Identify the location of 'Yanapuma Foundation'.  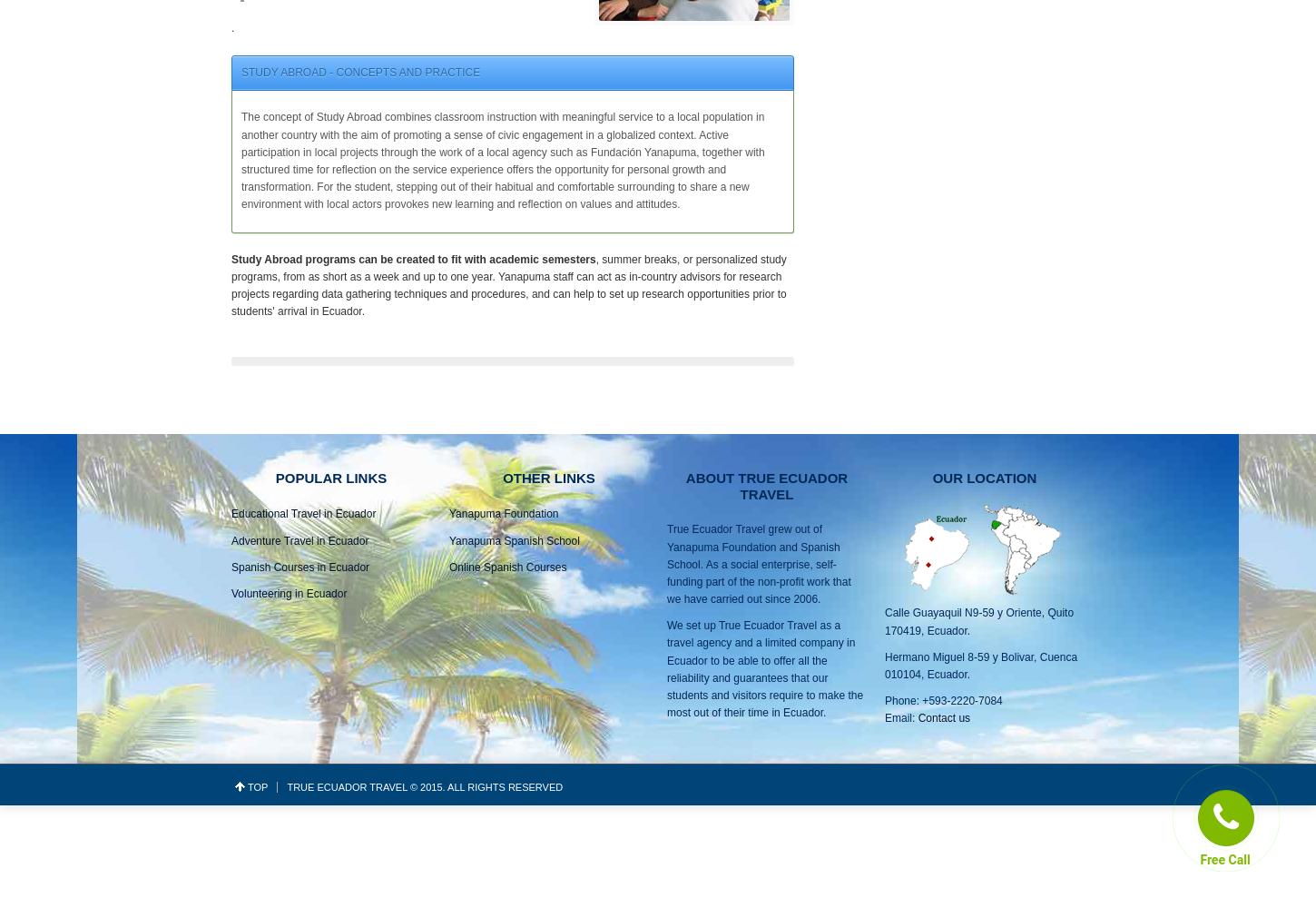
(504, 513).